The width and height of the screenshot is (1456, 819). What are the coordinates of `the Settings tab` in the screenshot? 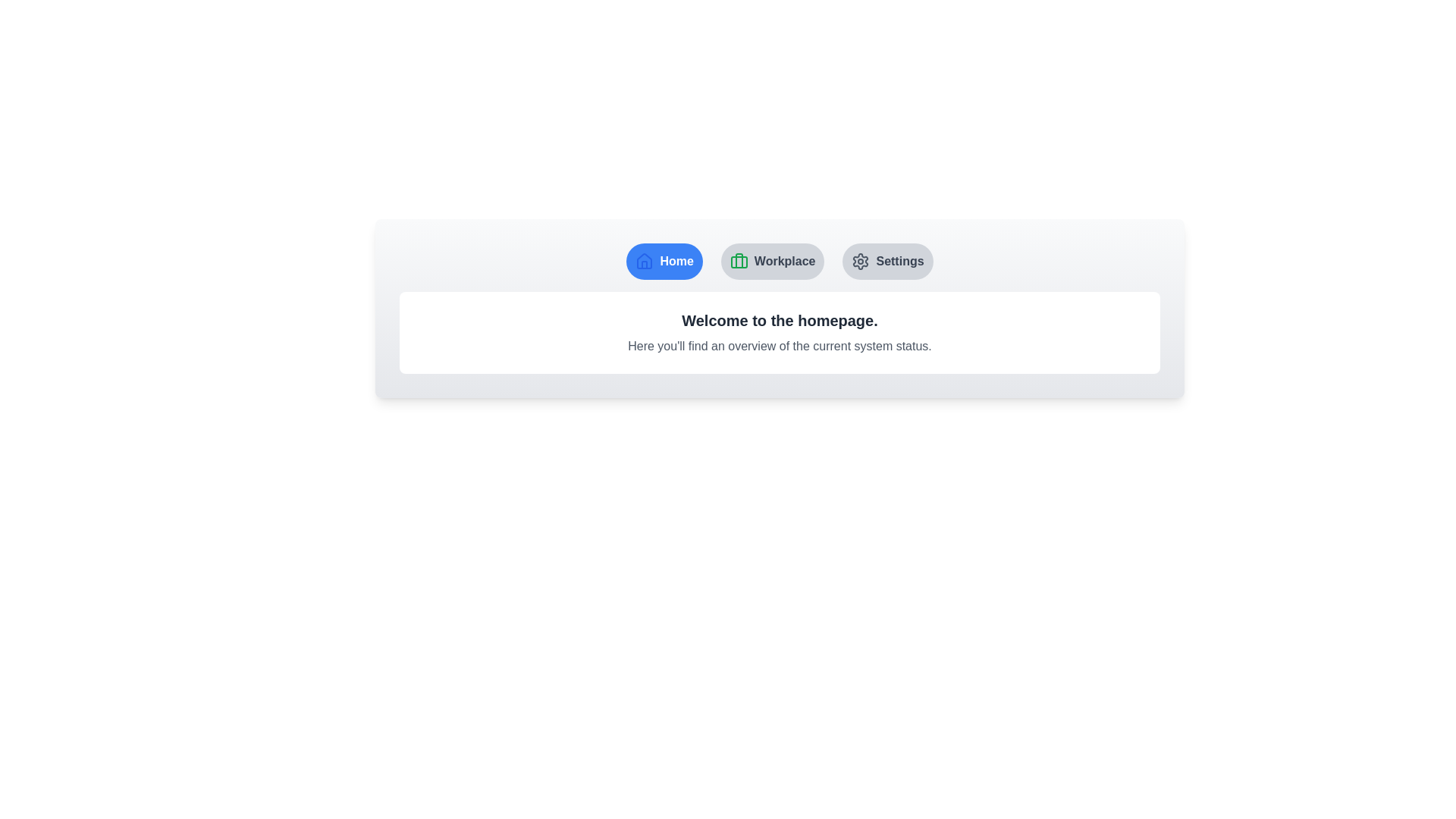 It's located at (888, 260).